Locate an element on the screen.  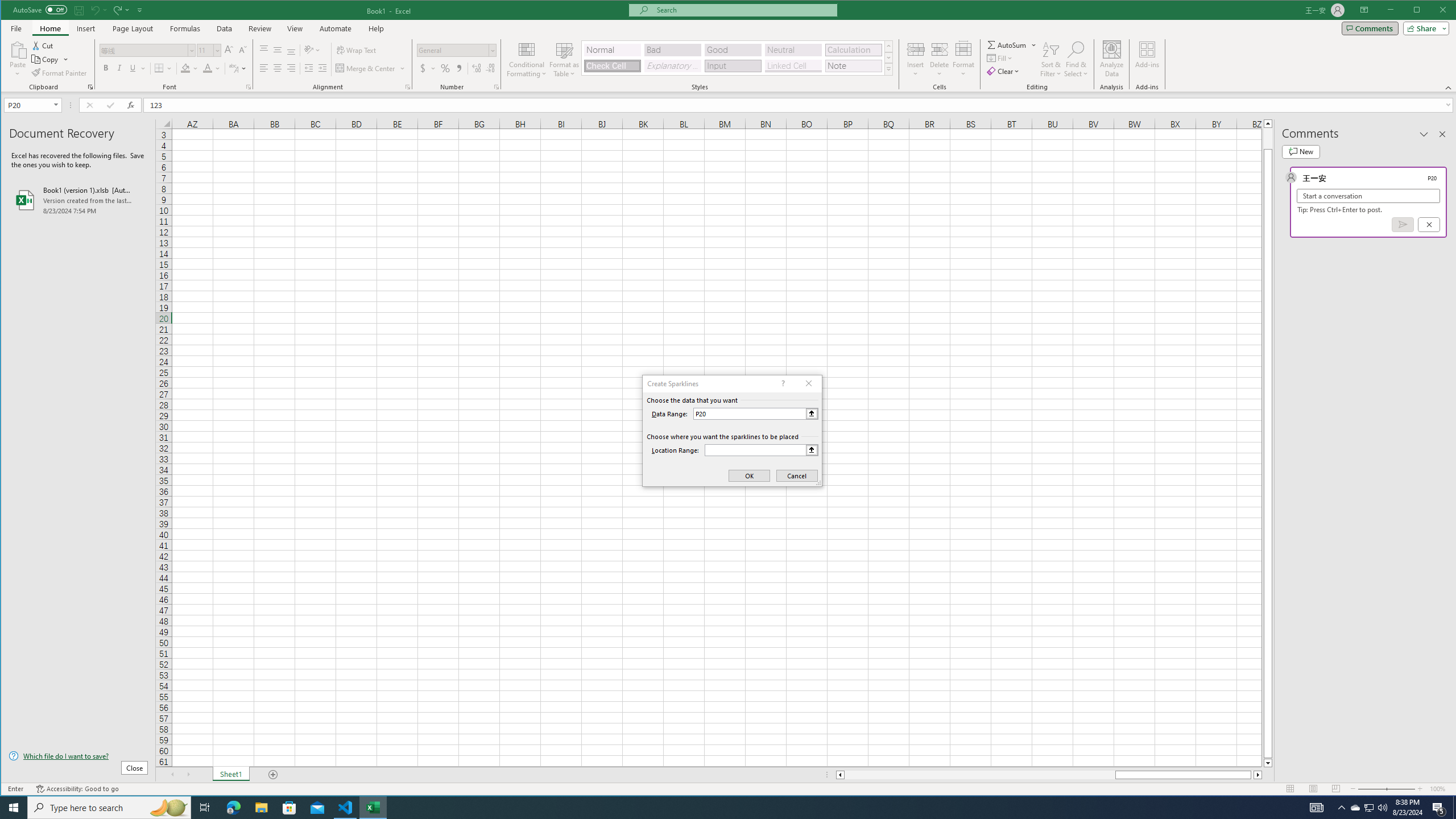
'Fill Color RGB(255, 255, 0)' is located at coordinates (185, 68).